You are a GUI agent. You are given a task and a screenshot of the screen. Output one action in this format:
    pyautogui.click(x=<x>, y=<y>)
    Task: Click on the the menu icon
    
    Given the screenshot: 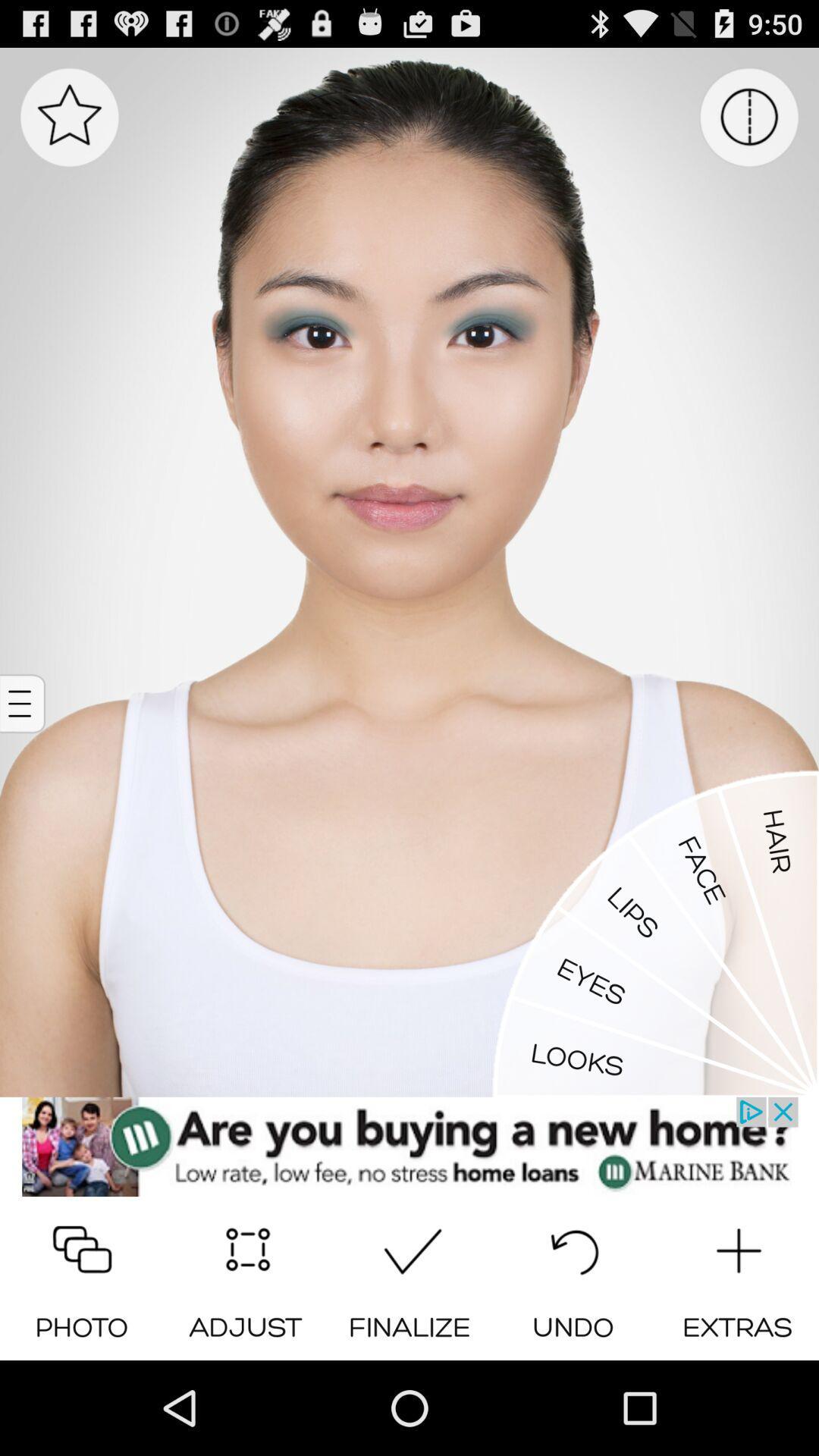 What is the action you would take?
    pyautogui.click(x=24, y=753)
    